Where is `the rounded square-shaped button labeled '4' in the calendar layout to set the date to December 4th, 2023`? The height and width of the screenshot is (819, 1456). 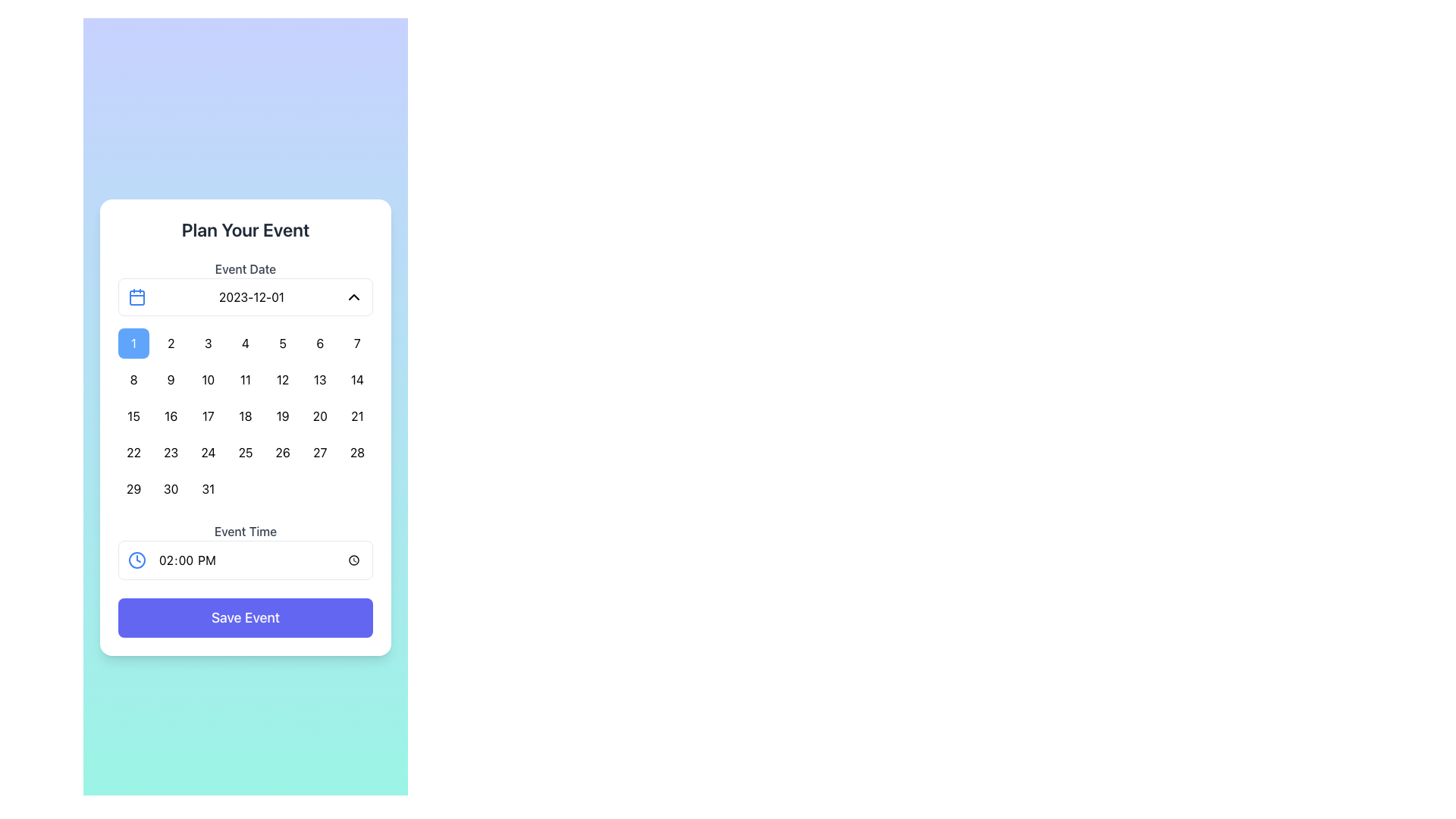
the rounded square-shaped button labeled '4' in the calendar layout to set the date to December 4th, 2023 is located at coordinates (245, 343).